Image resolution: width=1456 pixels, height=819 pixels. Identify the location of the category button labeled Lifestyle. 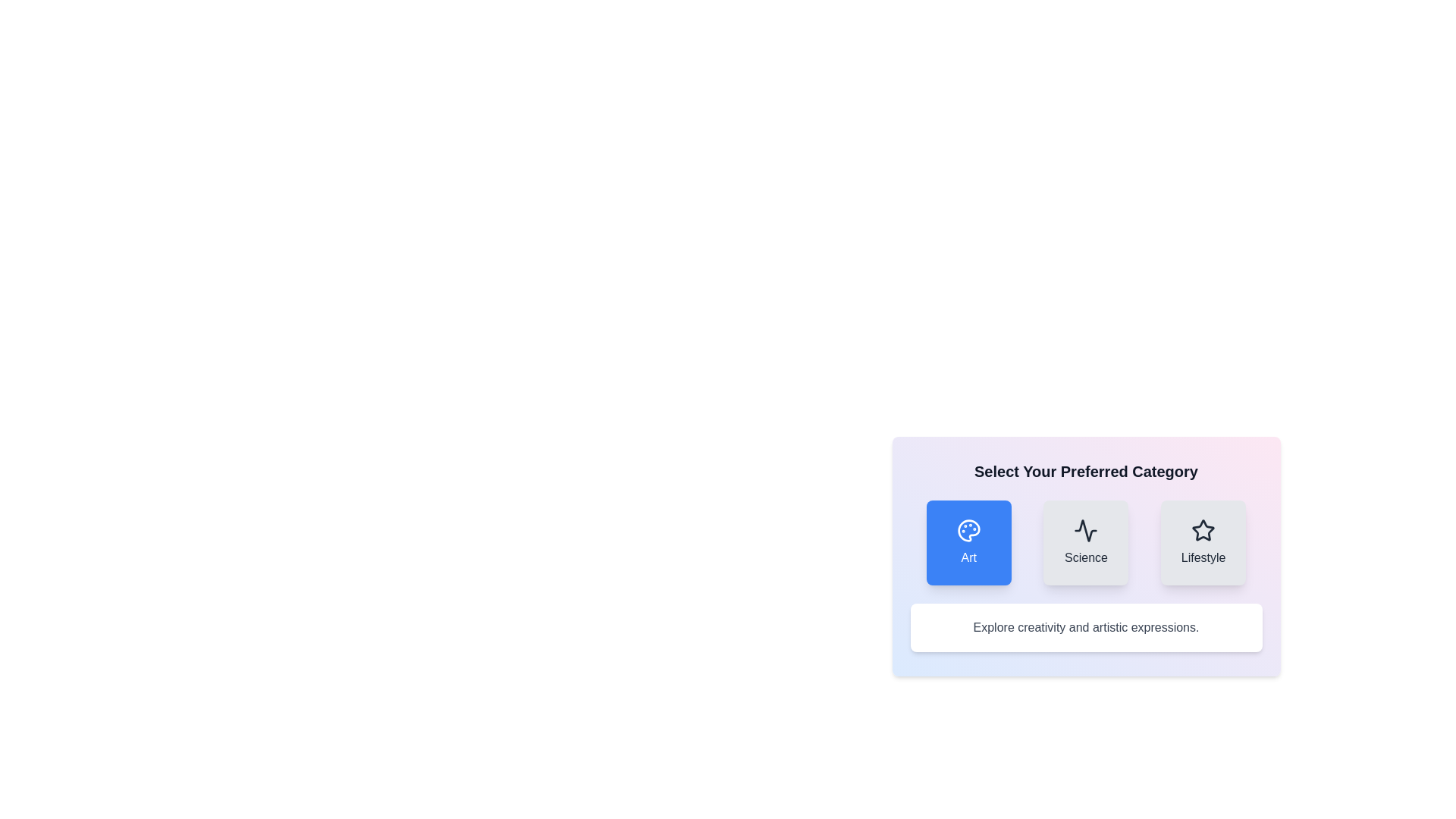
(1203, 542).